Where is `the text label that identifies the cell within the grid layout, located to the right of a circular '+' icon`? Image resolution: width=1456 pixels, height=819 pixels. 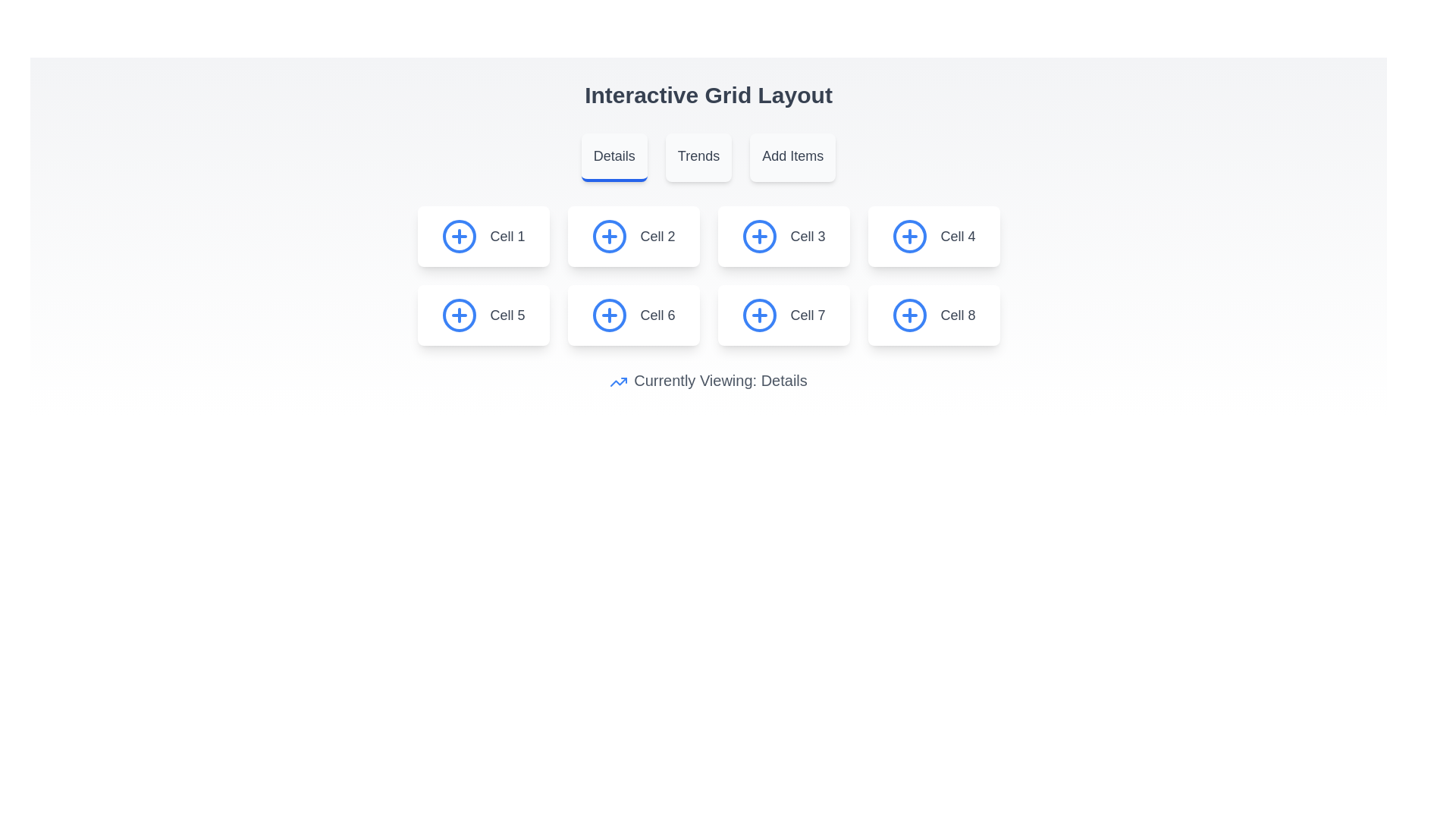 the text label that identifies the cell within the grid layout, located to the right of a circular '+' icon is located at coordinates (507, 237).